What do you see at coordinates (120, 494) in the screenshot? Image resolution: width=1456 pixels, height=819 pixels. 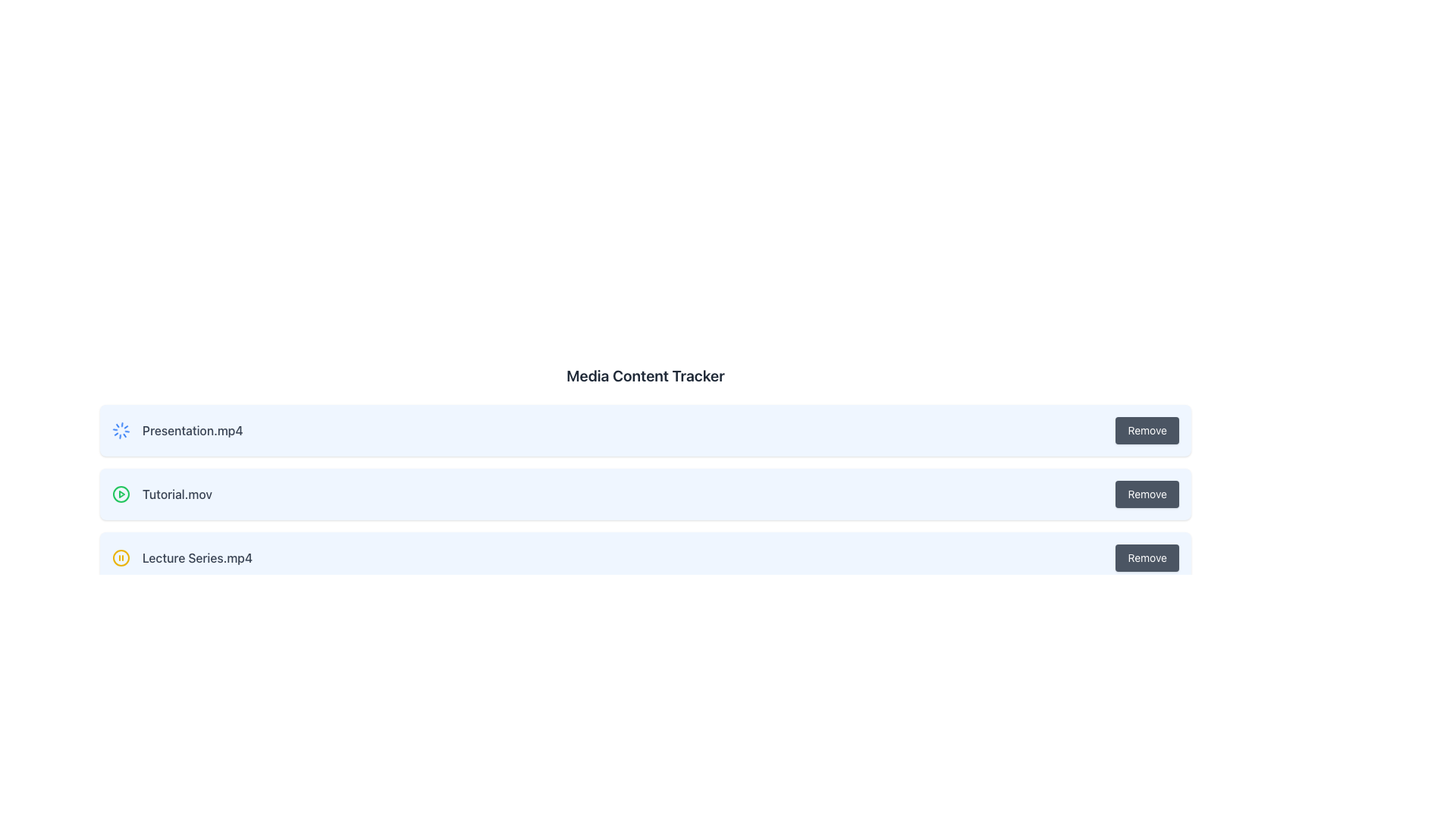 I see `the circular play icon with a green stroke located to the left of the text 'Tutorial.mov' to play the video` at bounding box center [120, 494].